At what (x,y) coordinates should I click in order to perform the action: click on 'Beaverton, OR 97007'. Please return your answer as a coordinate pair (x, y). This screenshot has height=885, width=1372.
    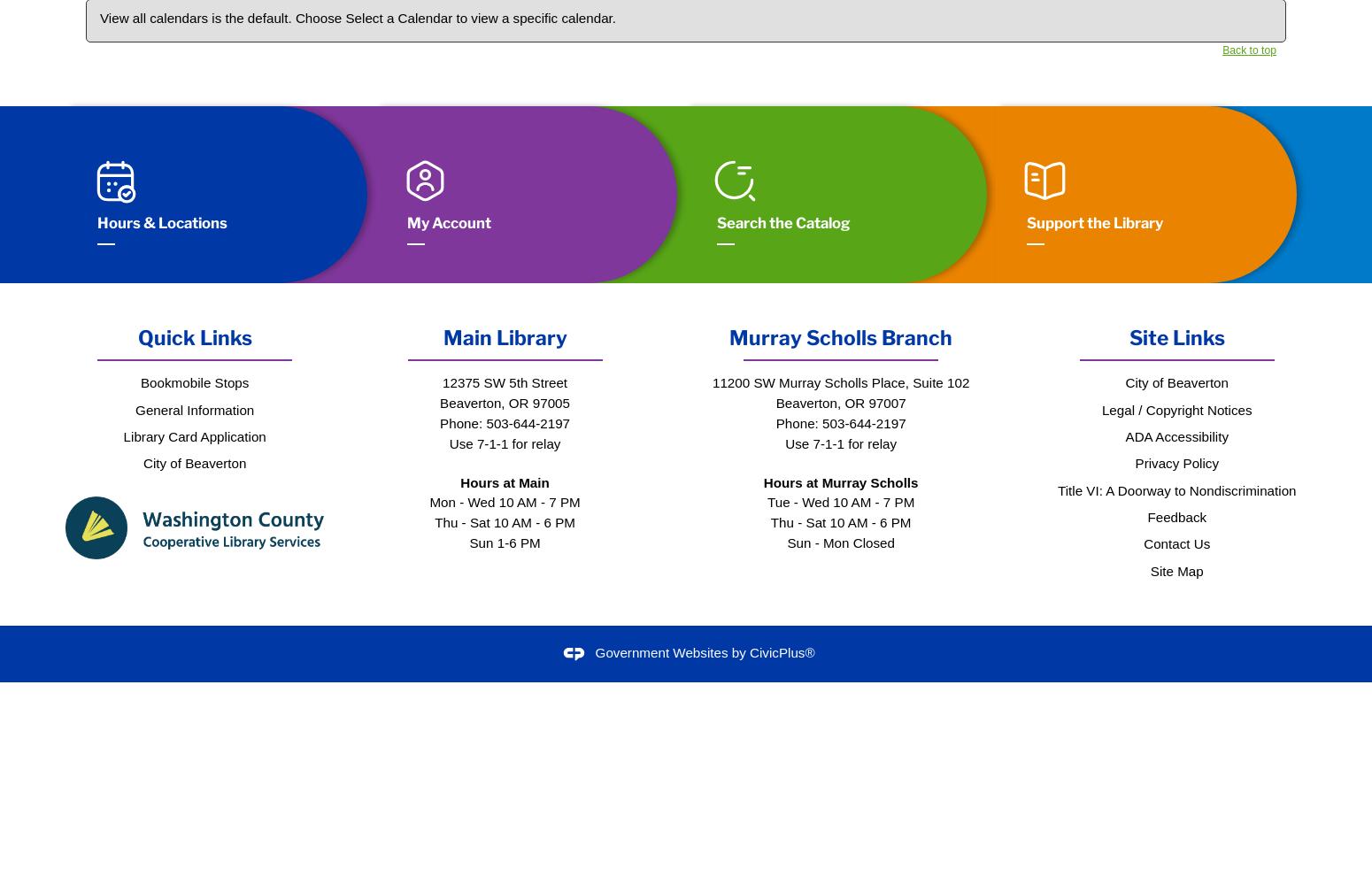
    Looking at the image, I should click on (839, 401).